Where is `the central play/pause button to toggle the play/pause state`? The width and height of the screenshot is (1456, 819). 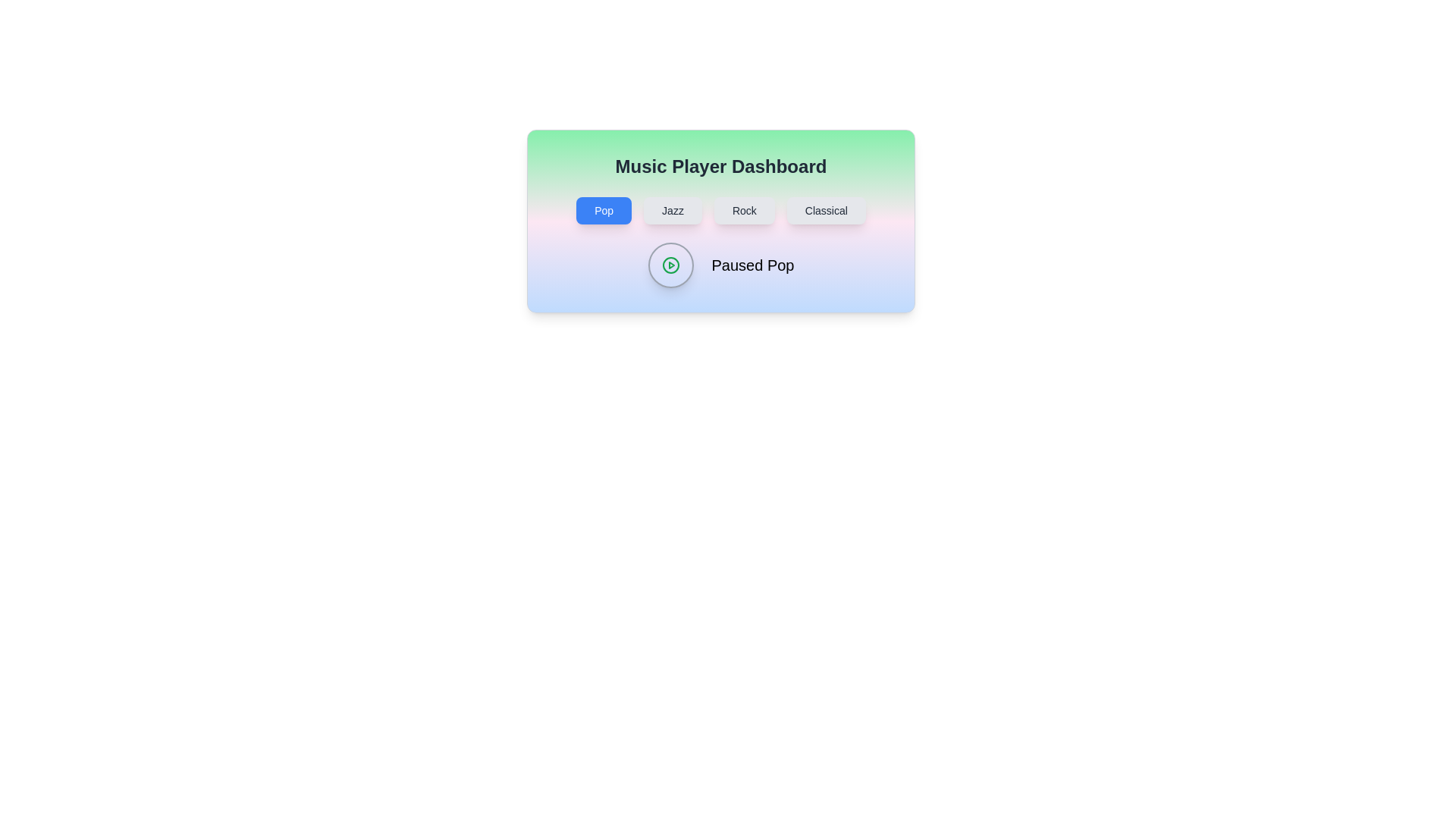 the central play/pause button to toggle the play/pause state is located at coordinates (670, 265).